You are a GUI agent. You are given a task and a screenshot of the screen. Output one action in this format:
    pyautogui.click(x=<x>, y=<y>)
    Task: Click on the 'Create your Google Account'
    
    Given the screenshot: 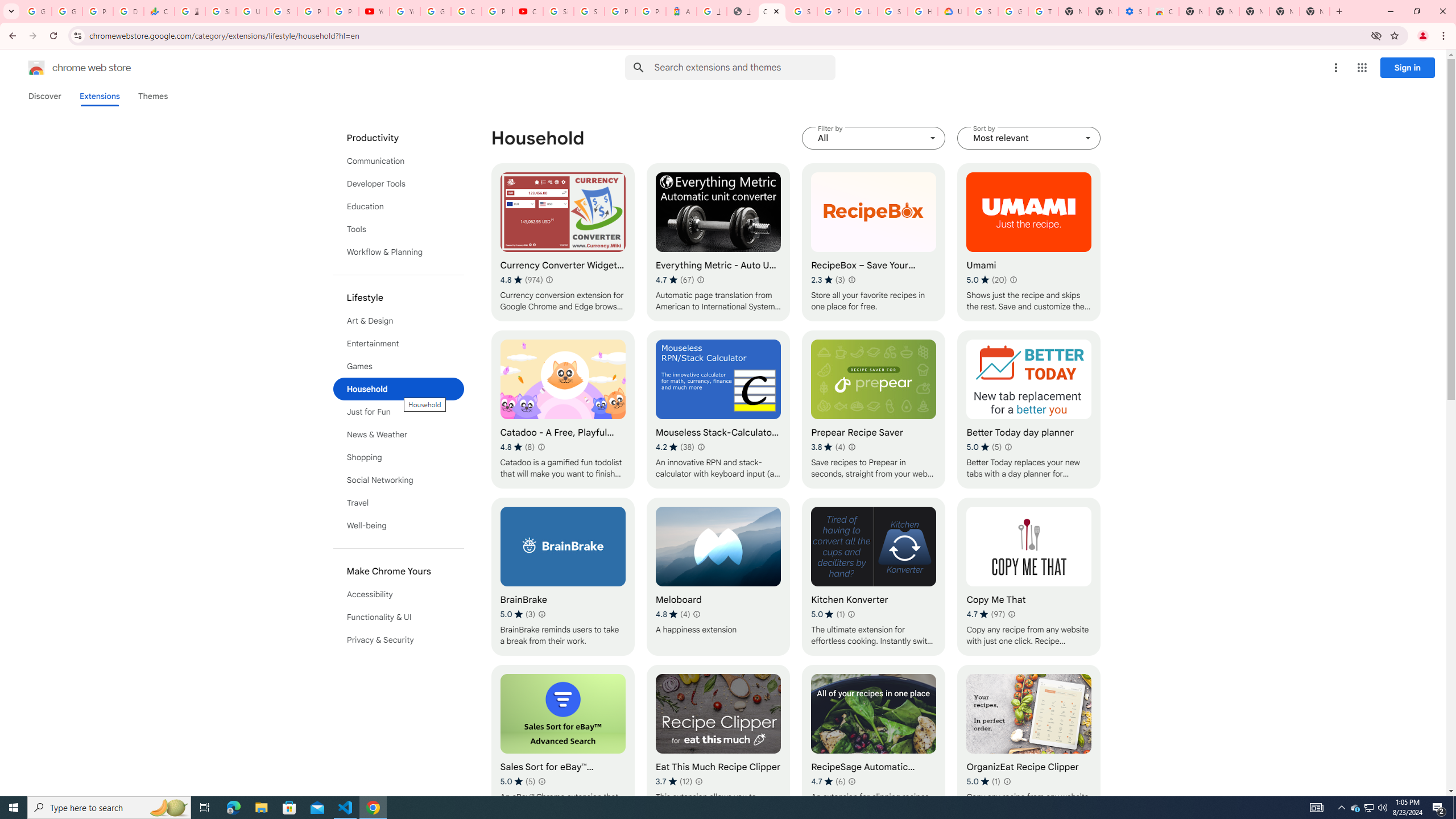 What is the action you would take?
    pyautogui.click(x=466, y=11)
    